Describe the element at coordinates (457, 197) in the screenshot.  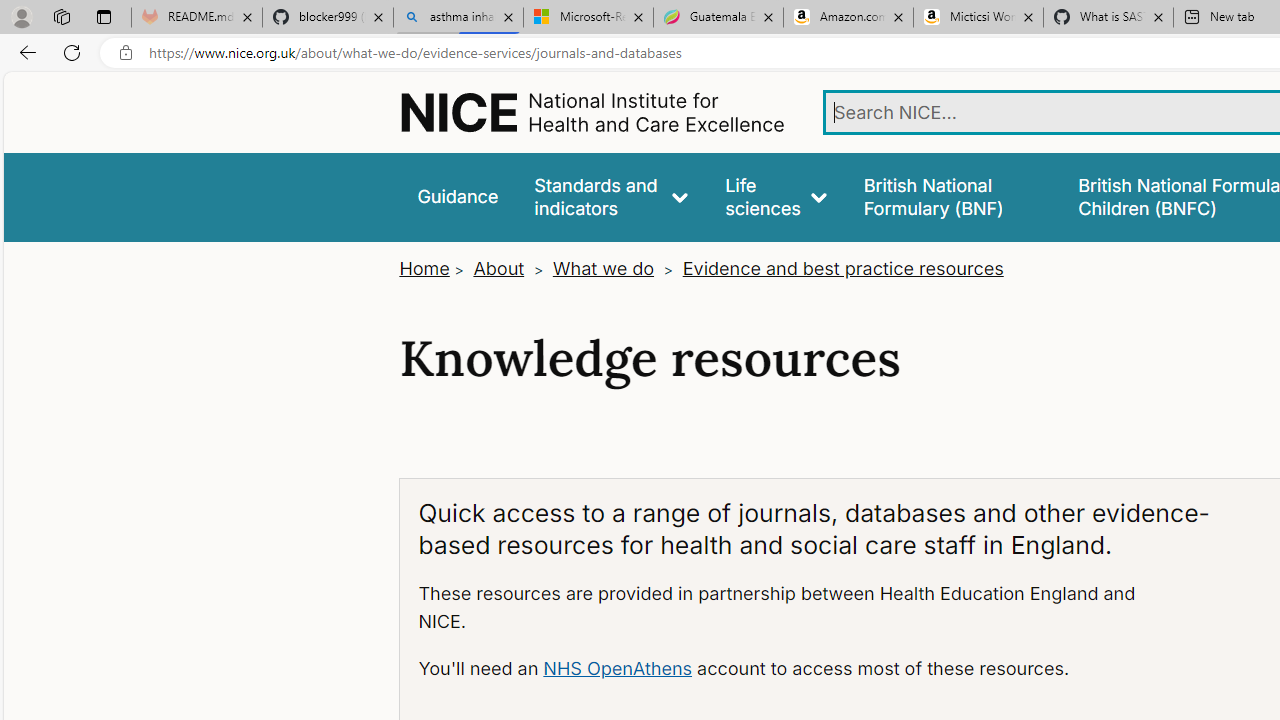
I see `'Guidance'` at that location.